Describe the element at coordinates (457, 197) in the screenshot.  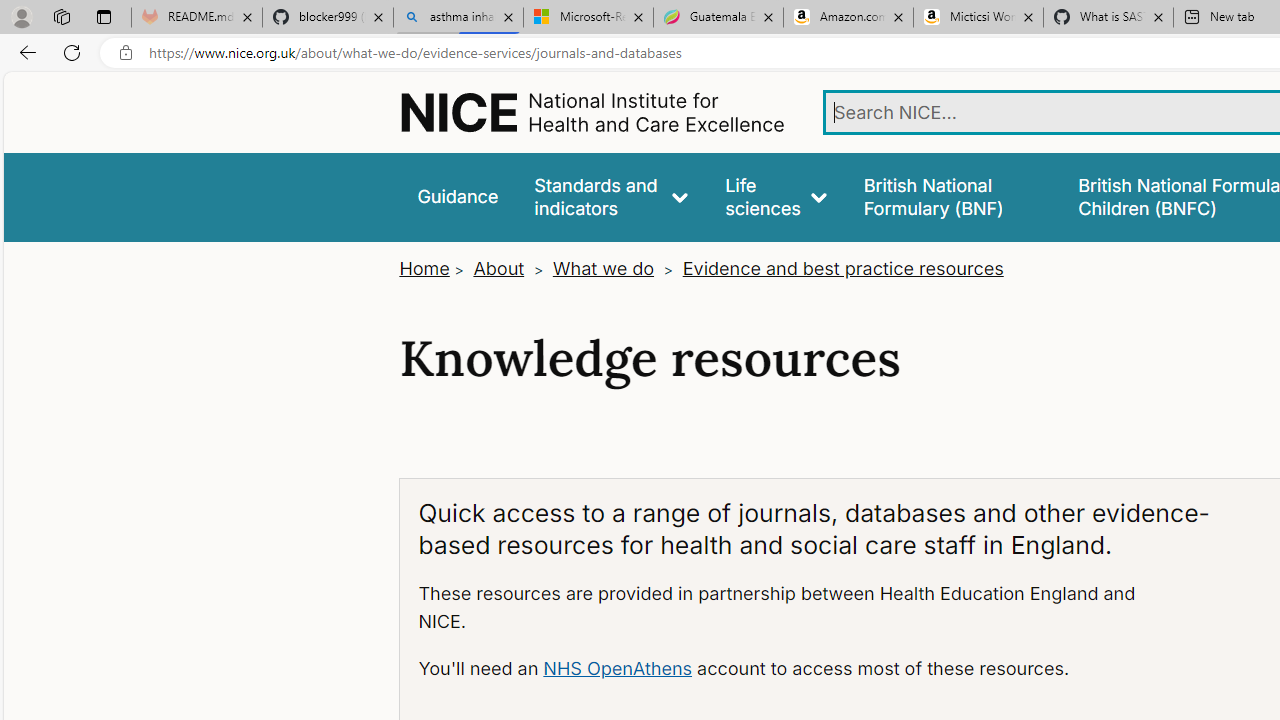
I see `'Guidance'` at that location.